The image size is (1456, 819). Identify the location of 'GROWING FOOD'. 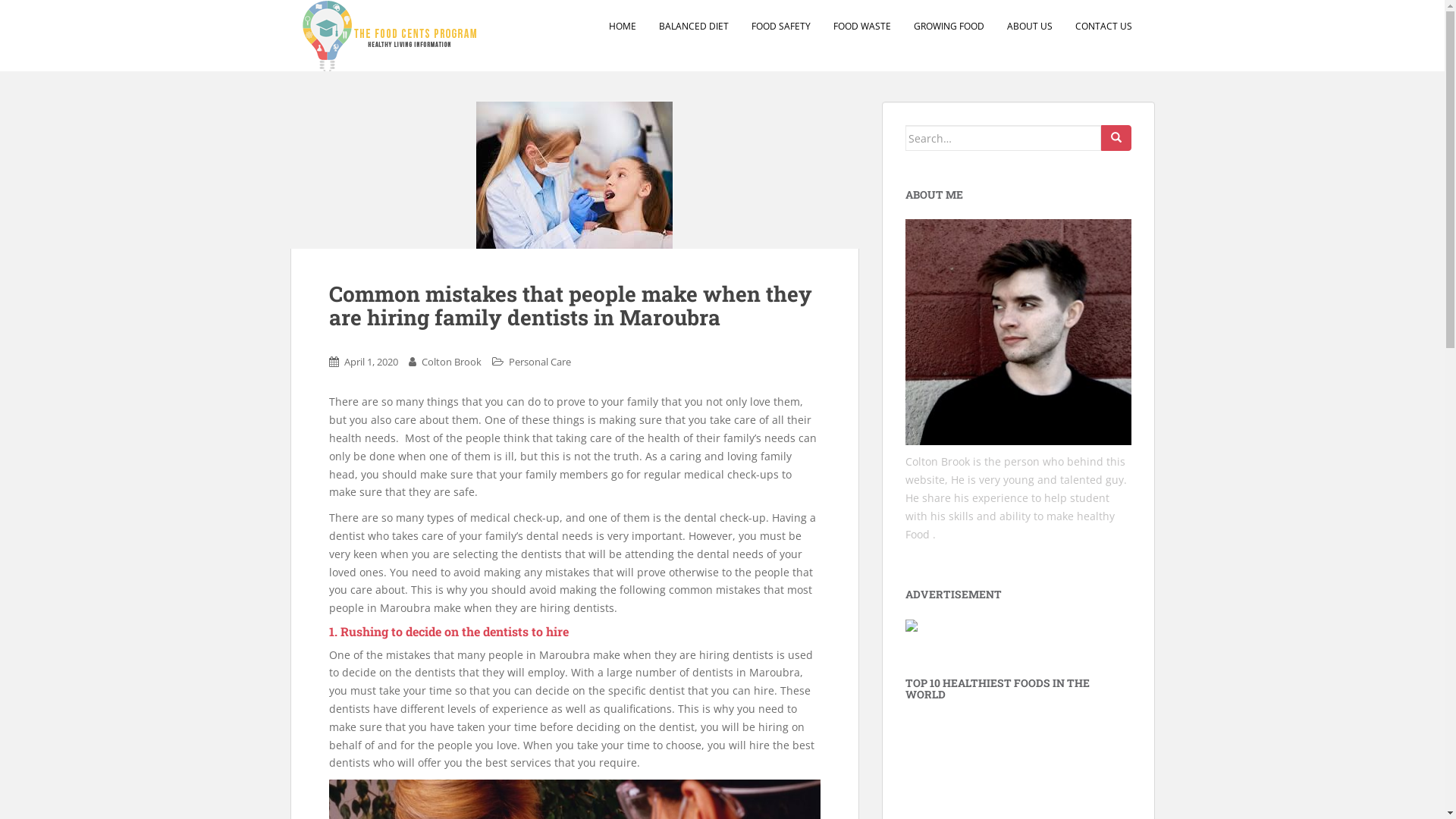
(947, 26).